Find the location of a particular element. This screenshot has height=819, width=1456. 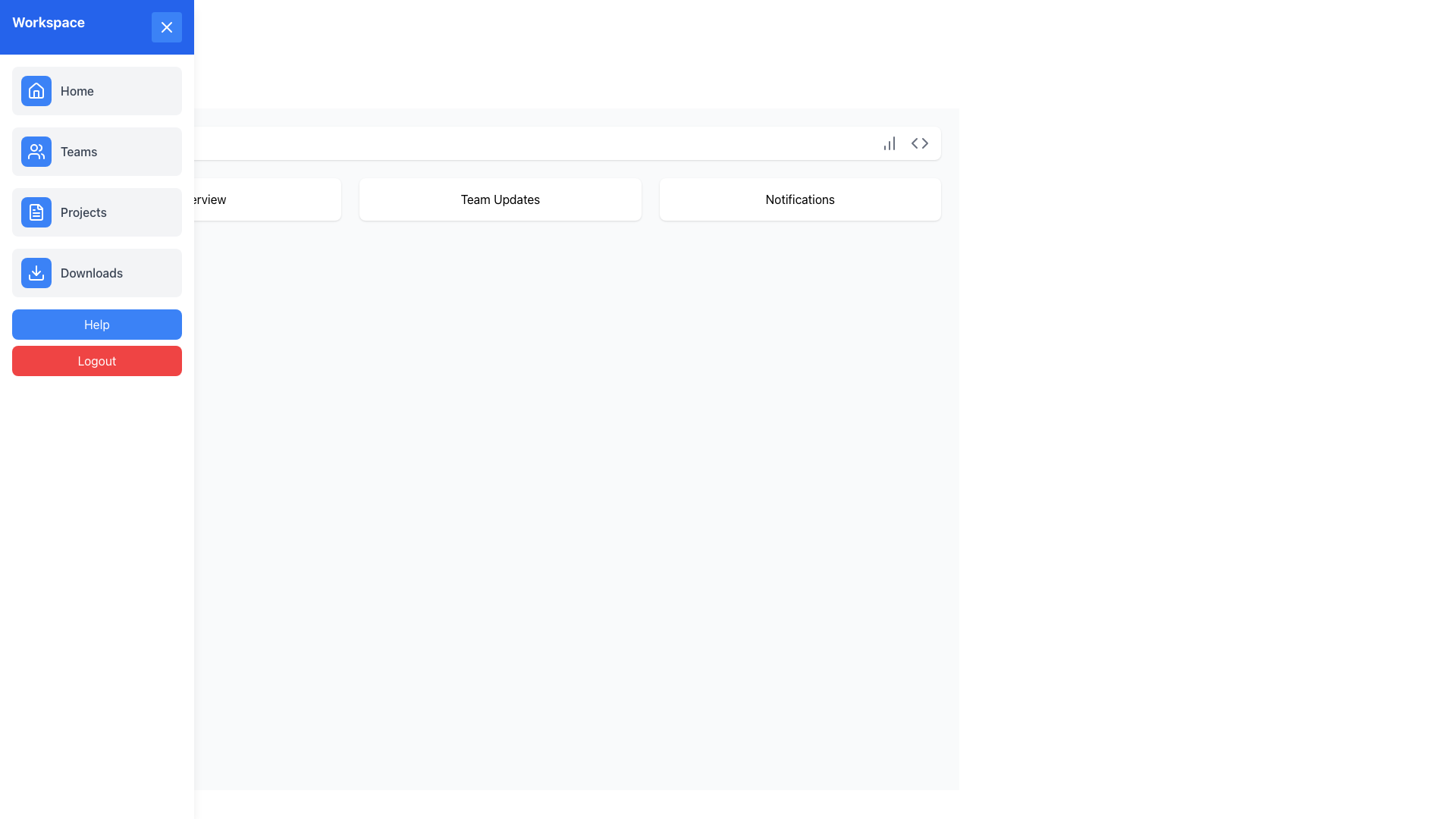

the 'Home' button located at the top of the vertical list is located at coordinates (96, 90).